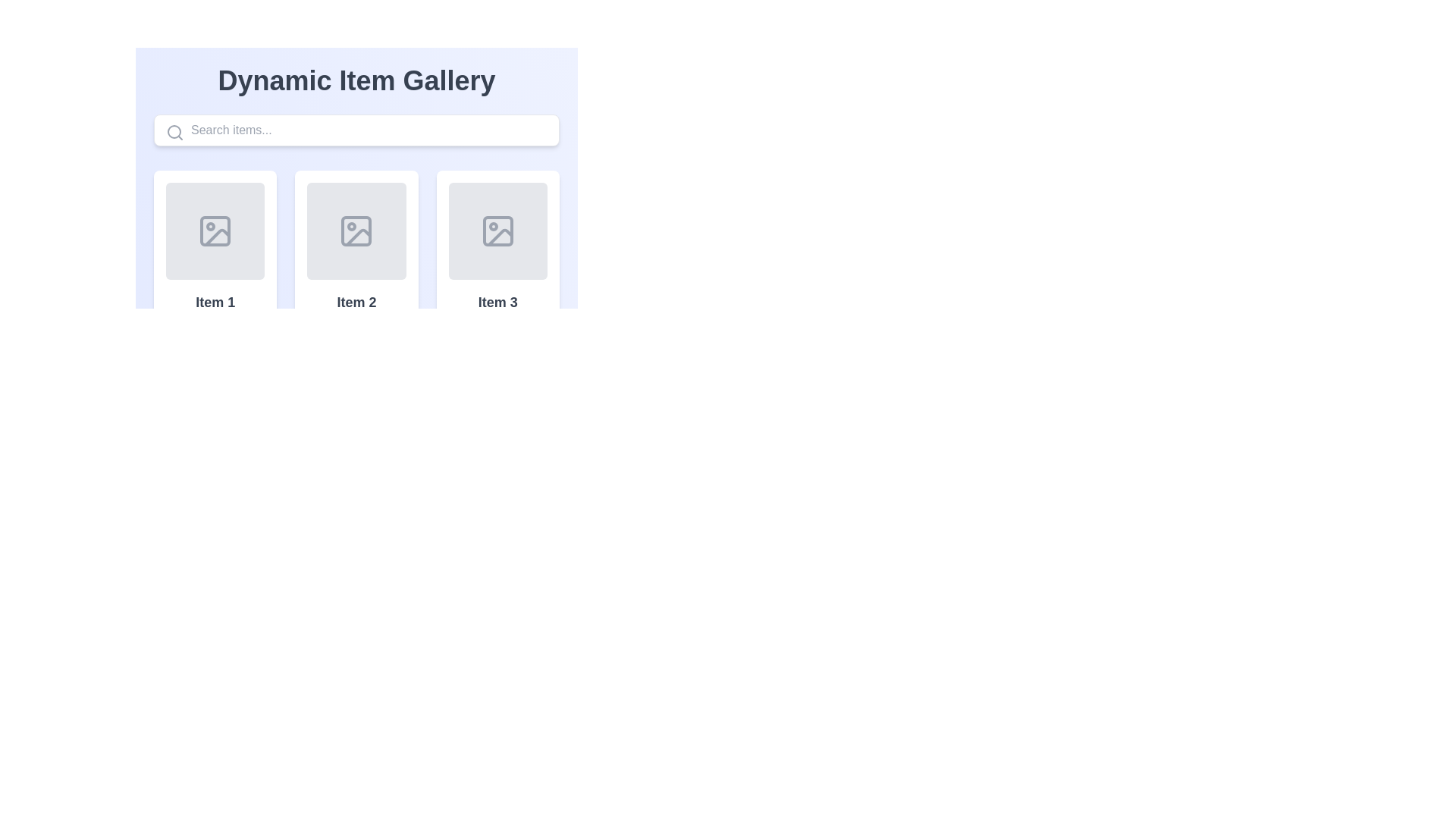 The height and width of the screenshot is (819, 1456). Describe the element at coordinates (497, 302) in the screenshot. I see `the text label displaying 'Item 3' in a bold, dark gray font, located in the lower part of the third item card` at that location.